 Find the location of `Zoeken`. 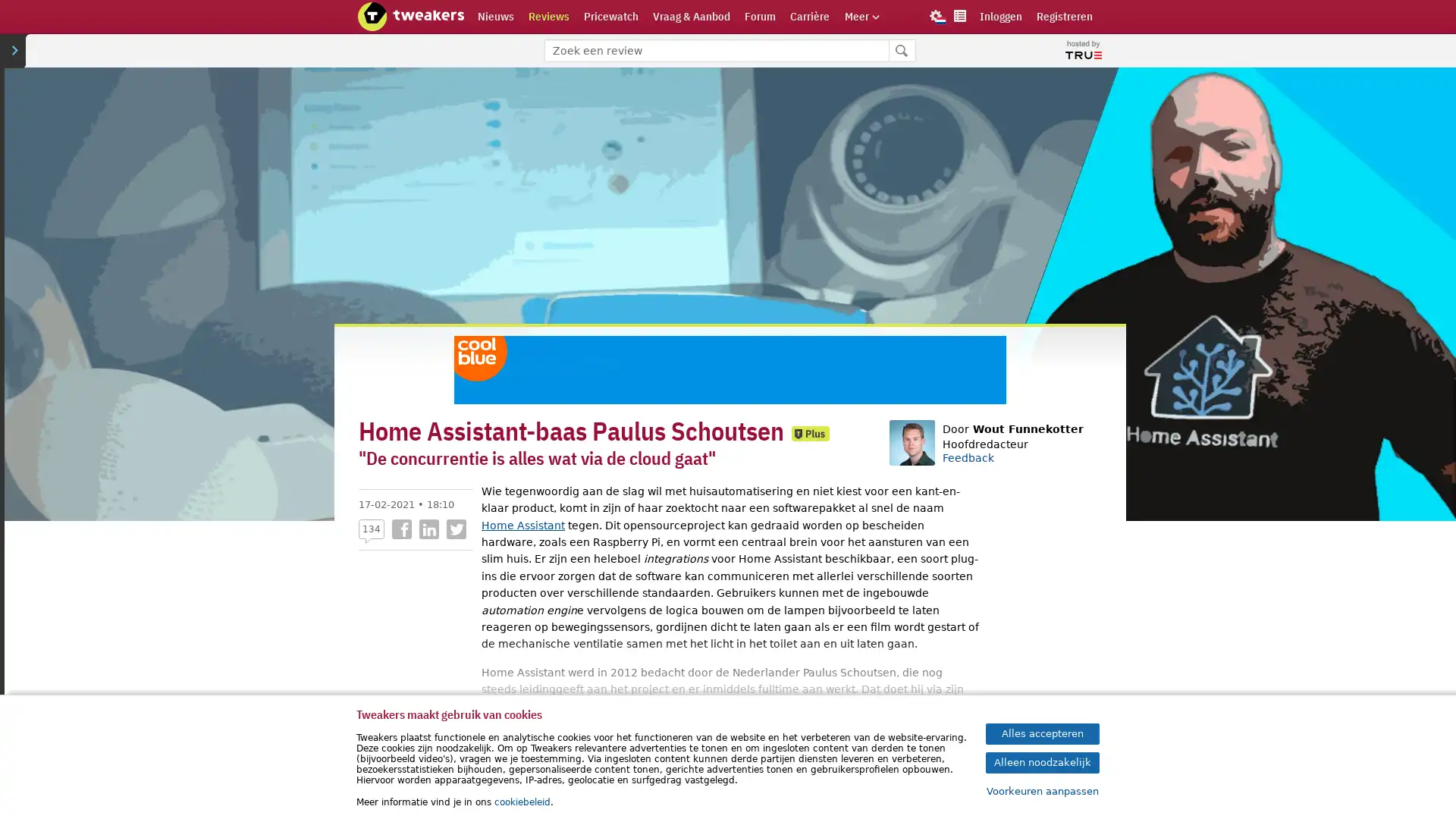

Zoeken is located at coordinates (902, 49).